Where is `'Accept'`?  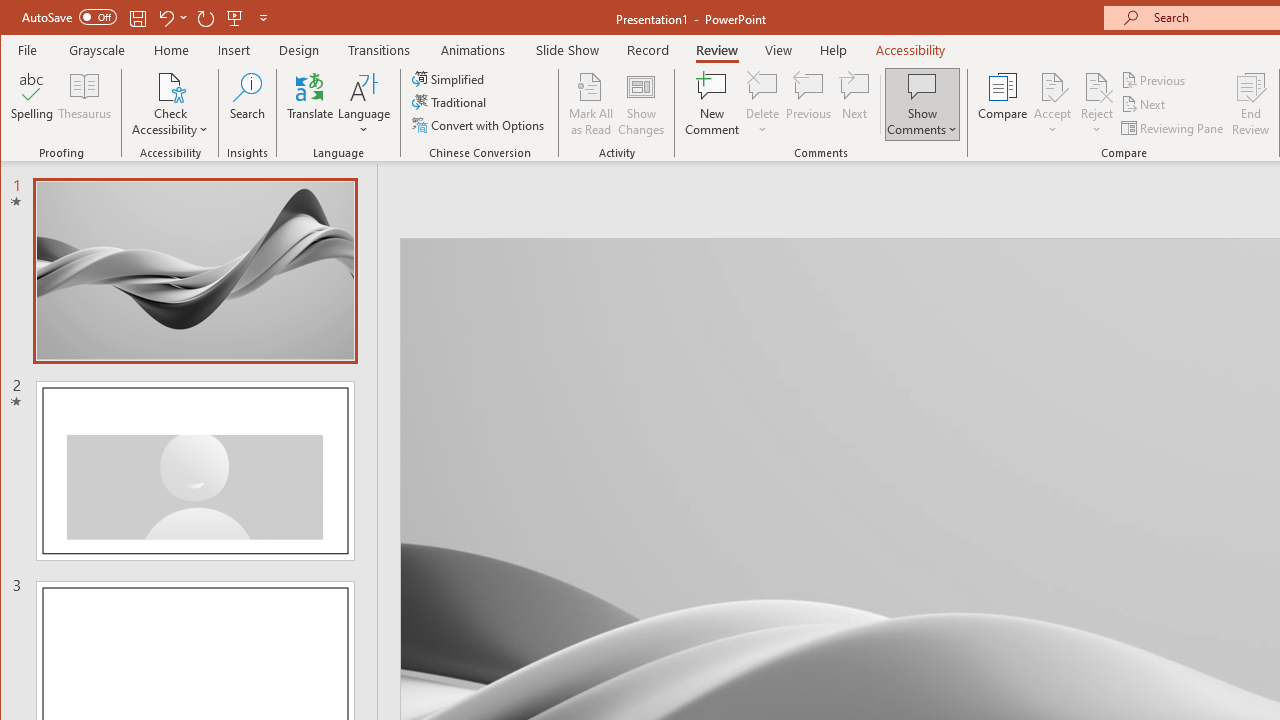
'Accept' is located at coordinates (1051, 104).